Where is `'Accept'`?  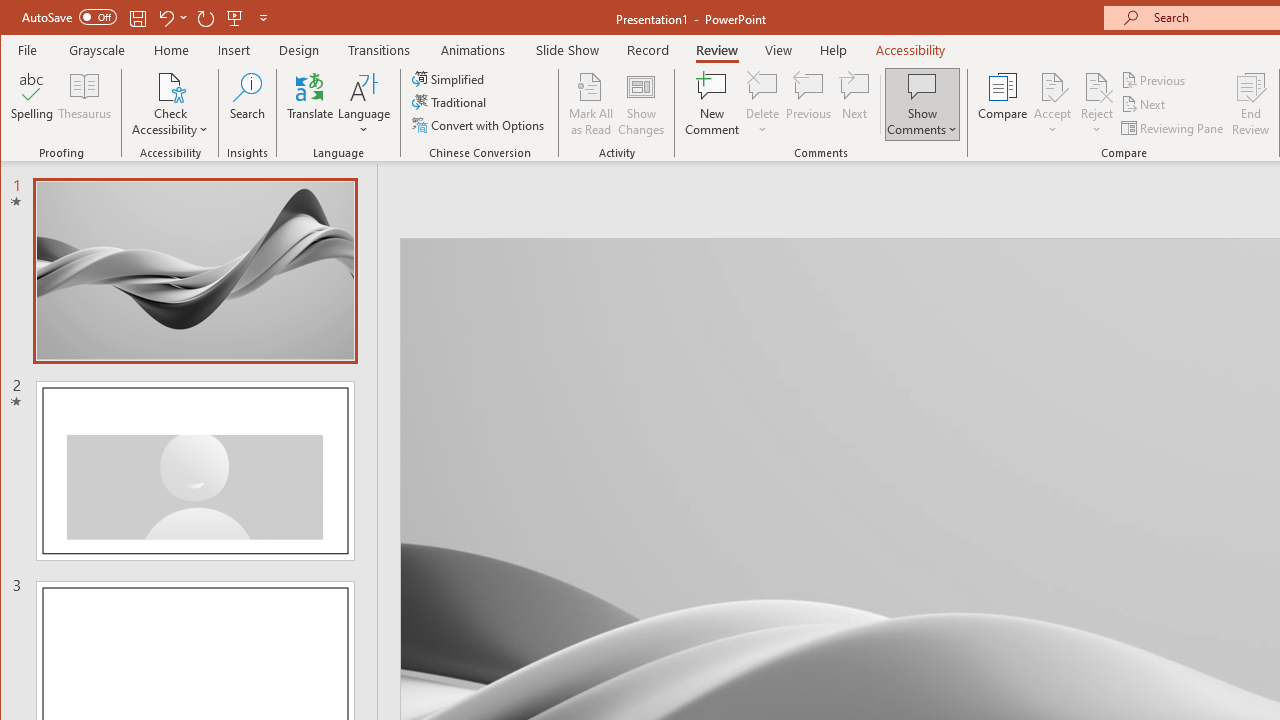
'Accept' is located at coordinates (1051, 104).